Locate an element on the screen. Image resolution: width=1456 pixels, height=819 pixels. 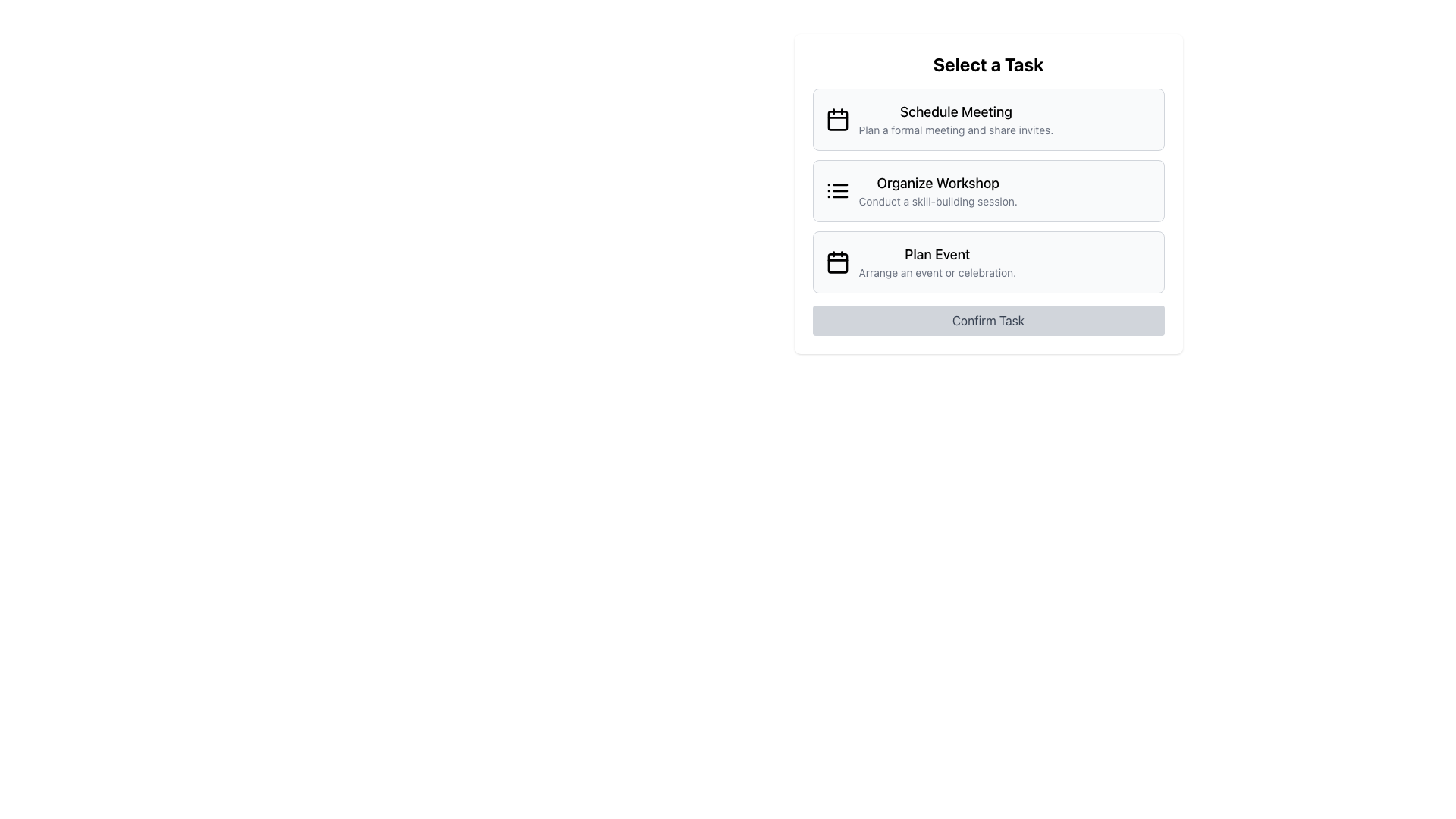
the task selection area within the 'Select a Task' section to choose a task is located at coordinates (988, 190).